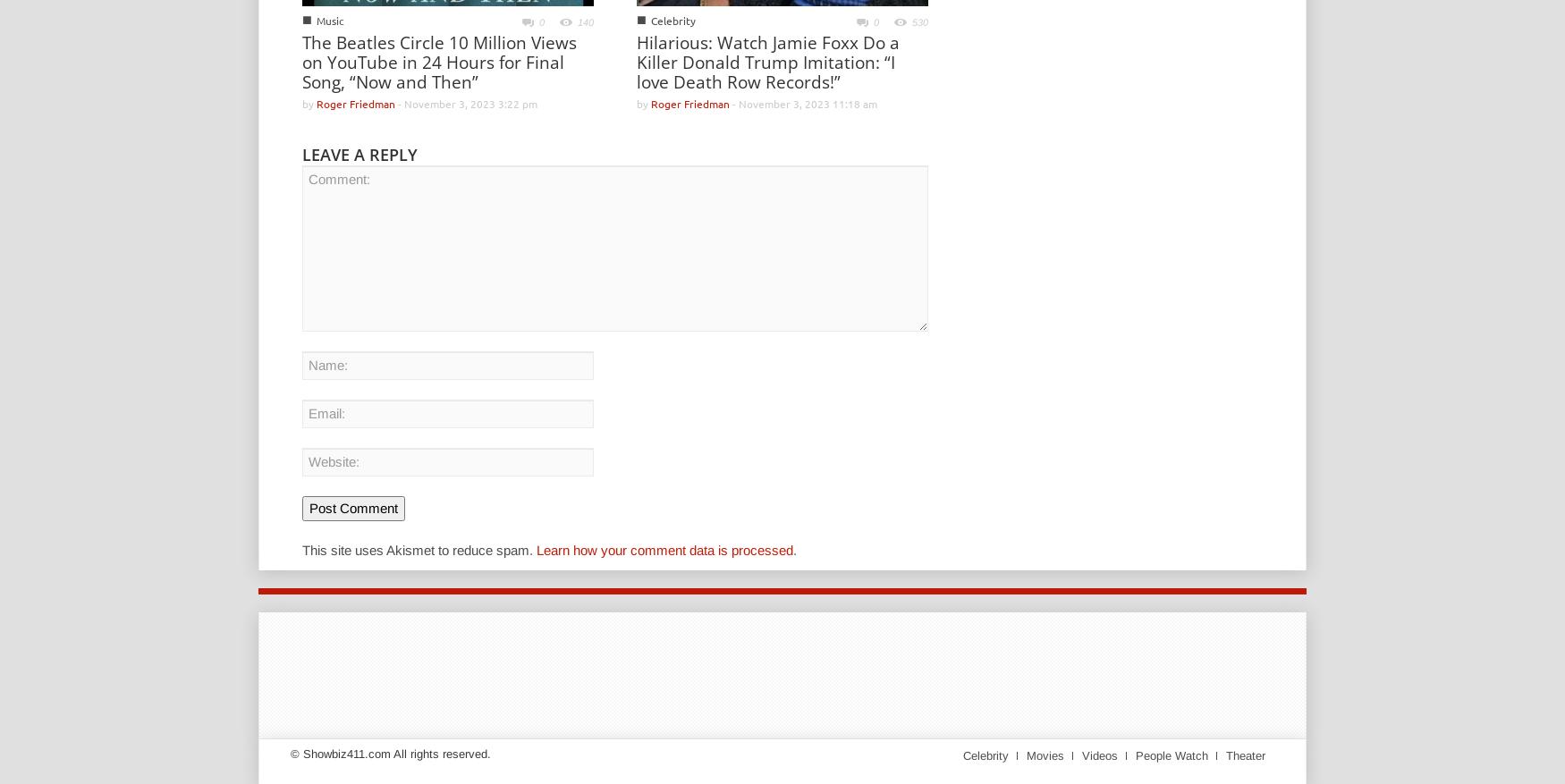 Image resolution: width=1565 pixels, height=784 pixels. What do you see at coordinates (918, 21) in the screenshot?
I see `'530'` at bounding box center [918, 21].